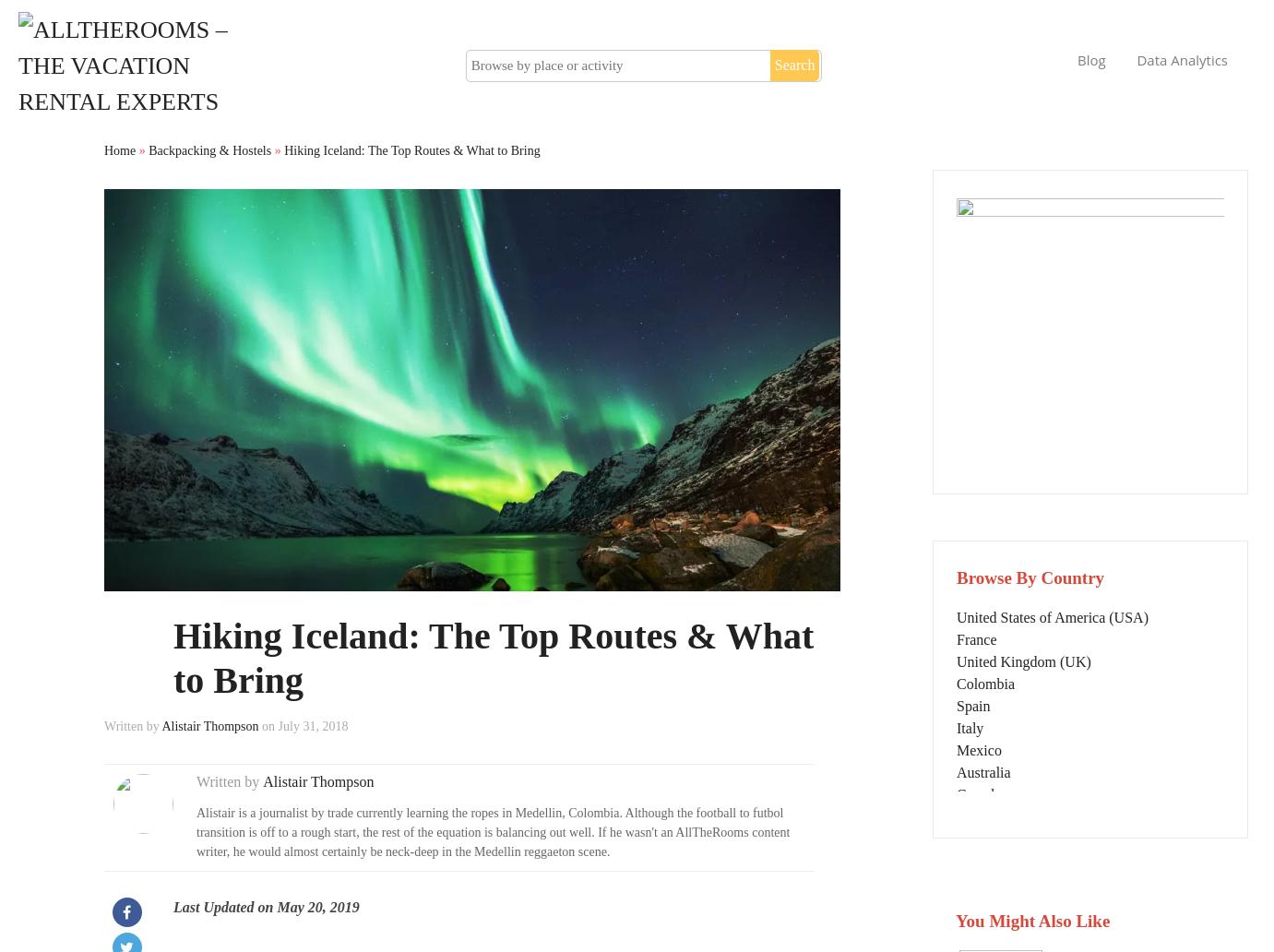 The width and height of the screenshot is (1274, 952). Describe the element at coordinates (956, 793) in the screenshot. I see `'Canada'` at that location.